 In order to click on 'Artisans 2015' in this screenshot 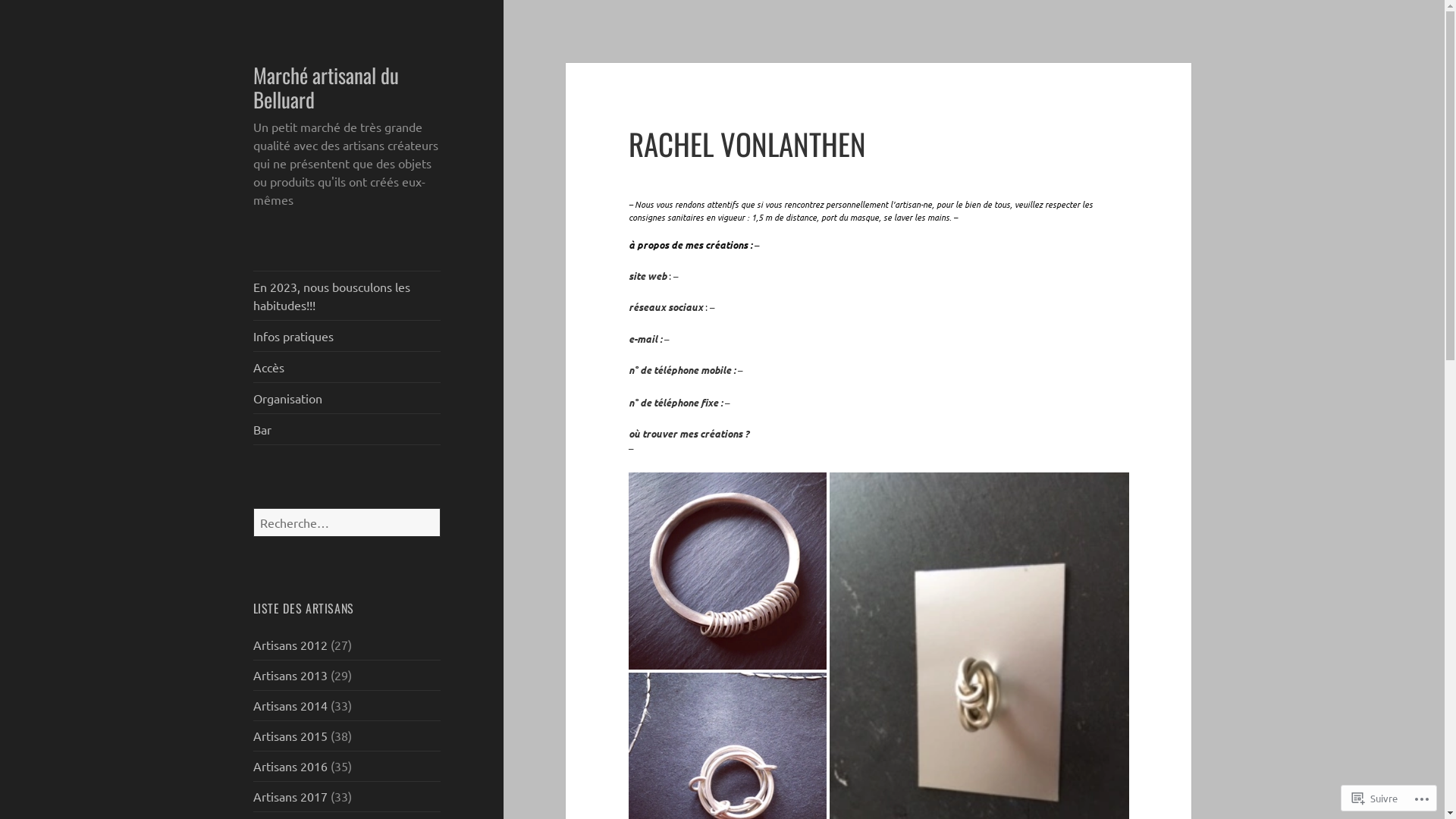, I will do `click(290, 734)`.